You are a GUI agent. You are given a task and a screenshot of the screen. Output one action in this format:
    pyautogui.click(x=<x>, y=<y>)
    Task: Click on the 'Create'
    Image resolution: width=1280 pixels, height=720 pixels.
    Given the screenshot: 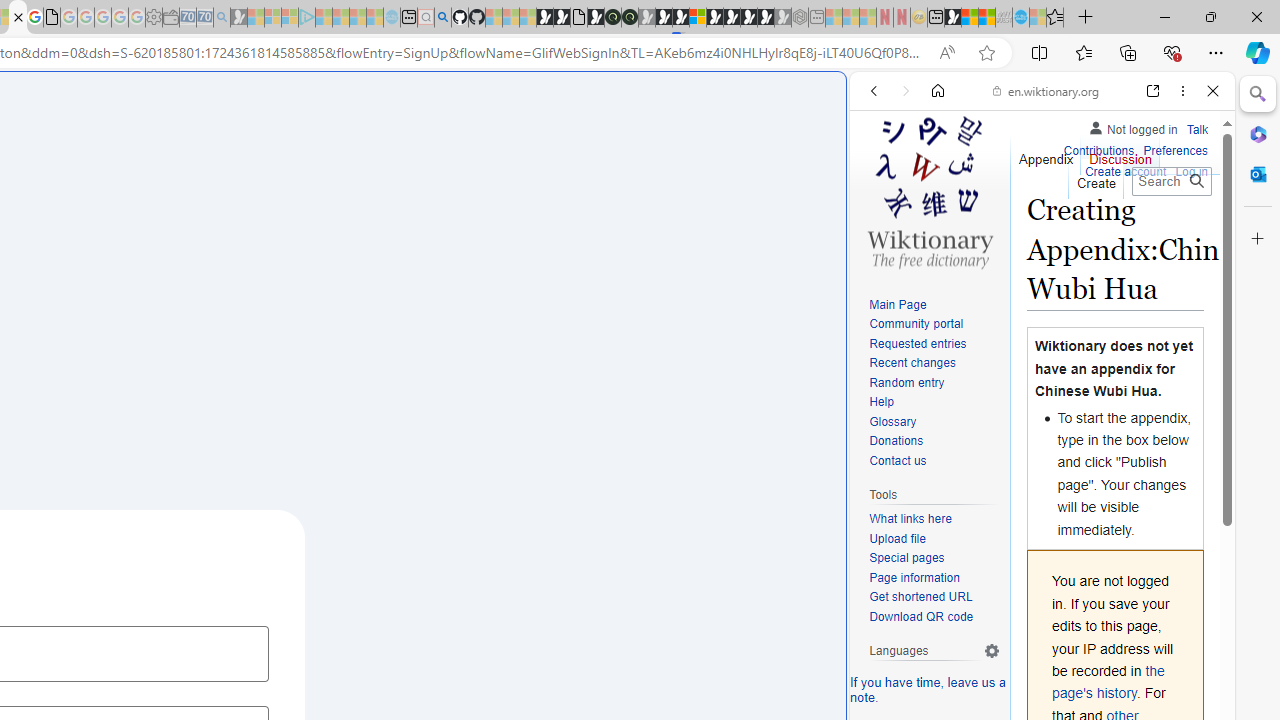 What is the action you would take?
    pyautogui.click(x=1094, y=177)
    